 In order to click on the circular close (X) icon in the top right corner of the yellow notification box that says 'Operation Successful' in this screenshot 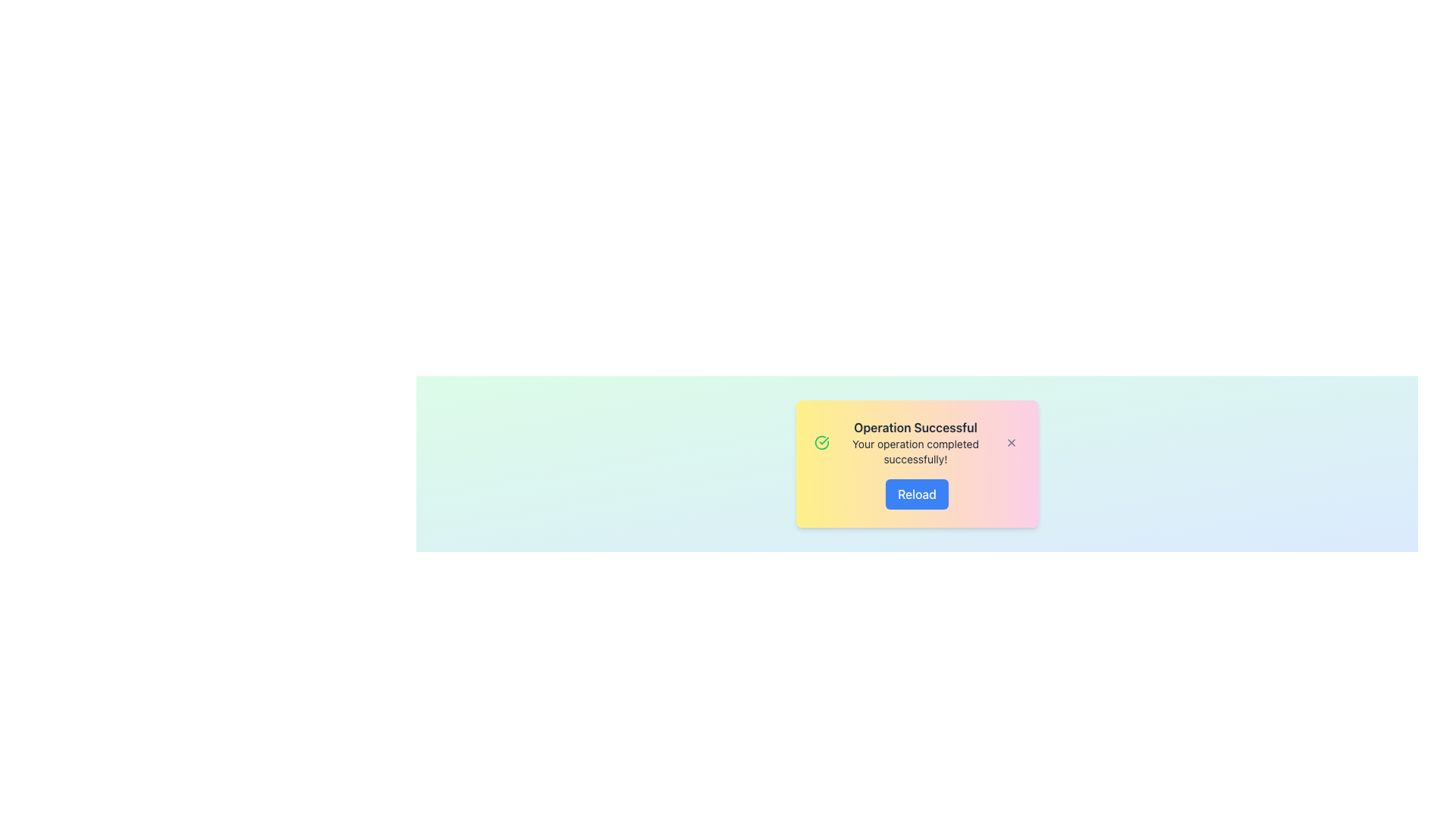, I will do `click(1011, 442)`.